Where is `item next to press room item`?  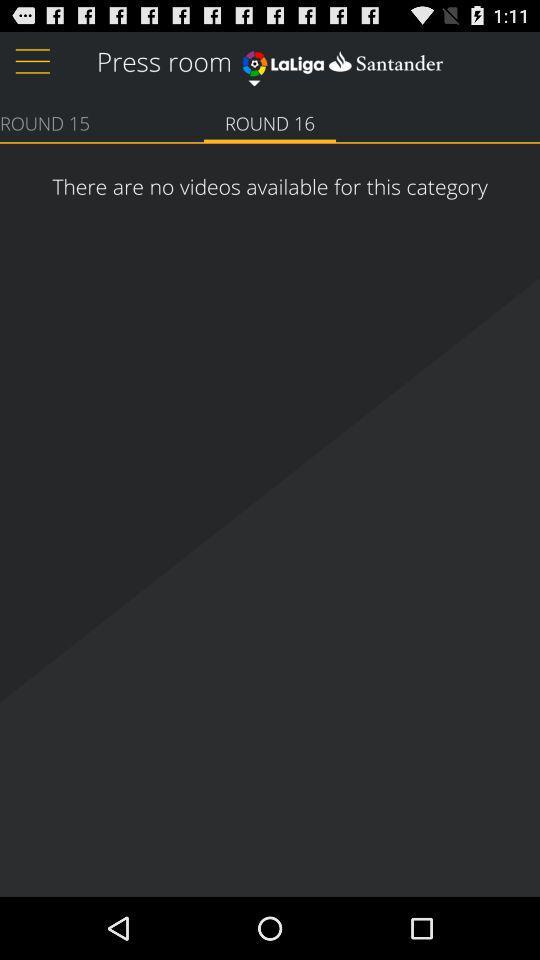 item next to press room item is located at coordinates (341, 58).